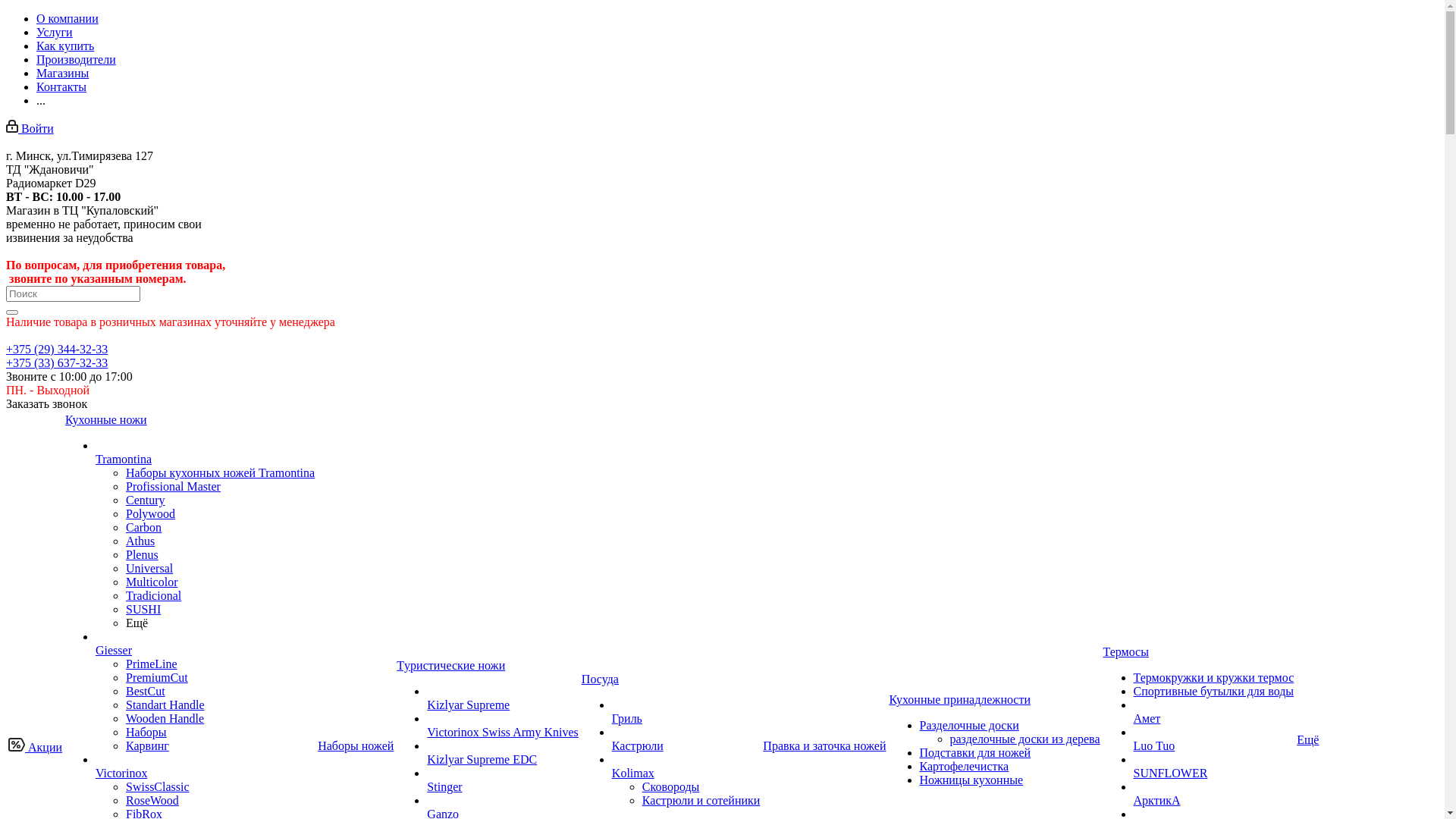 Image resolution: width=1456 pixels, height=819 pixels. Describe the element at coordinates (126, 691) in the screenshot. I see `'BestCut'` at that location.